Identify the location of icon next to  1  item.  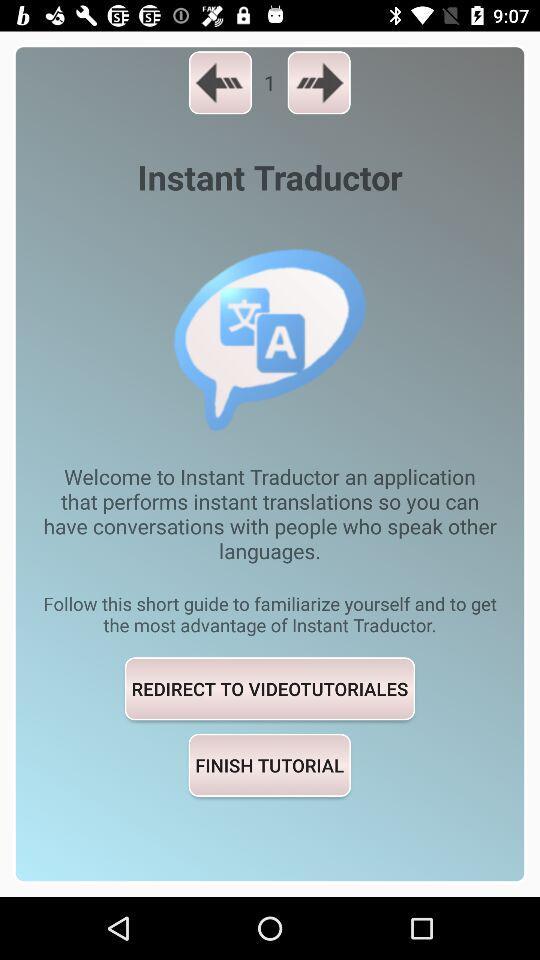
(219, 82).